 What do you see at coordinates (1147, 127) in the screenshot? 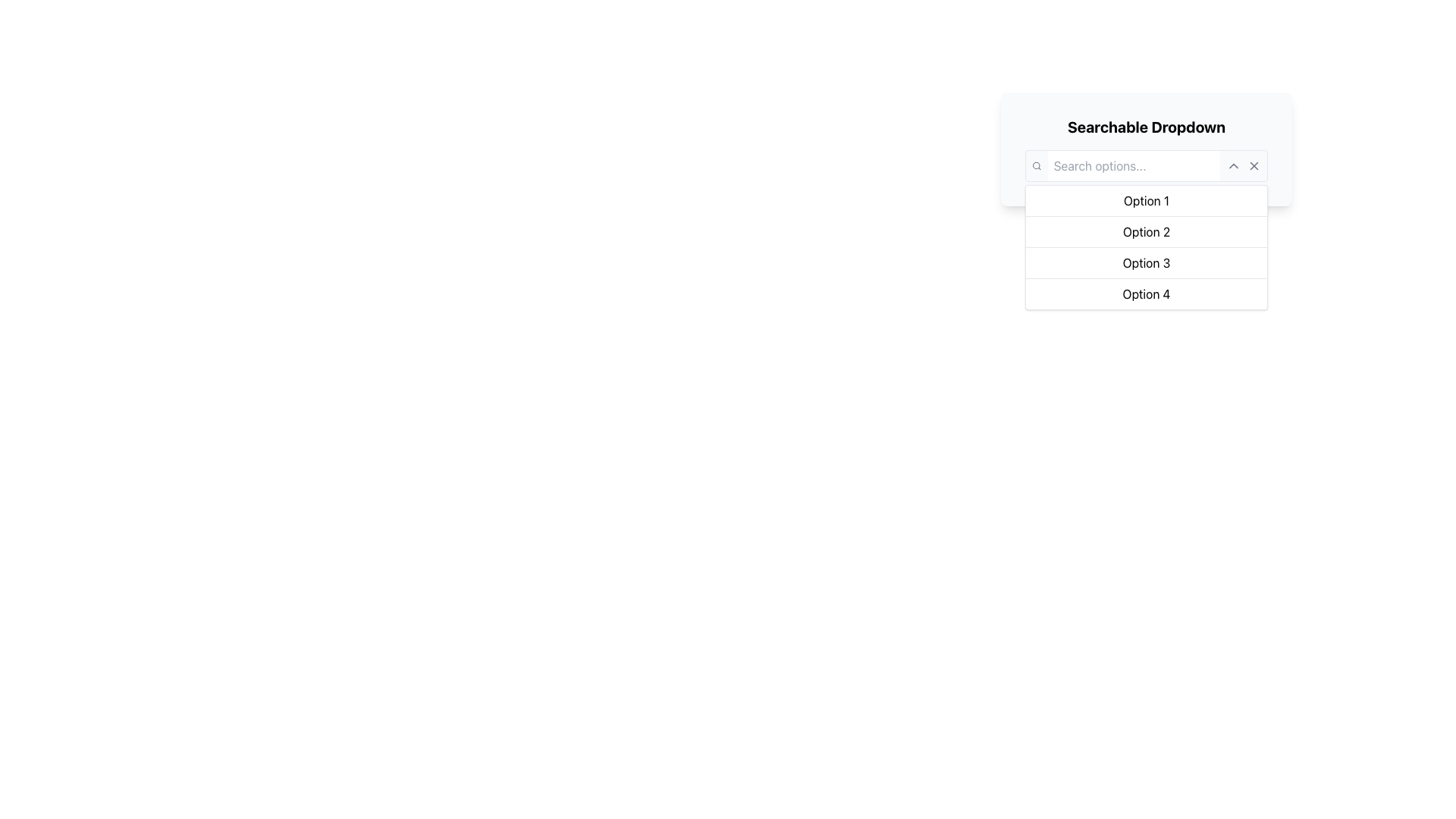
I see `the heading label text positioned above the dropdown component` at bounding box center [1147, 127].